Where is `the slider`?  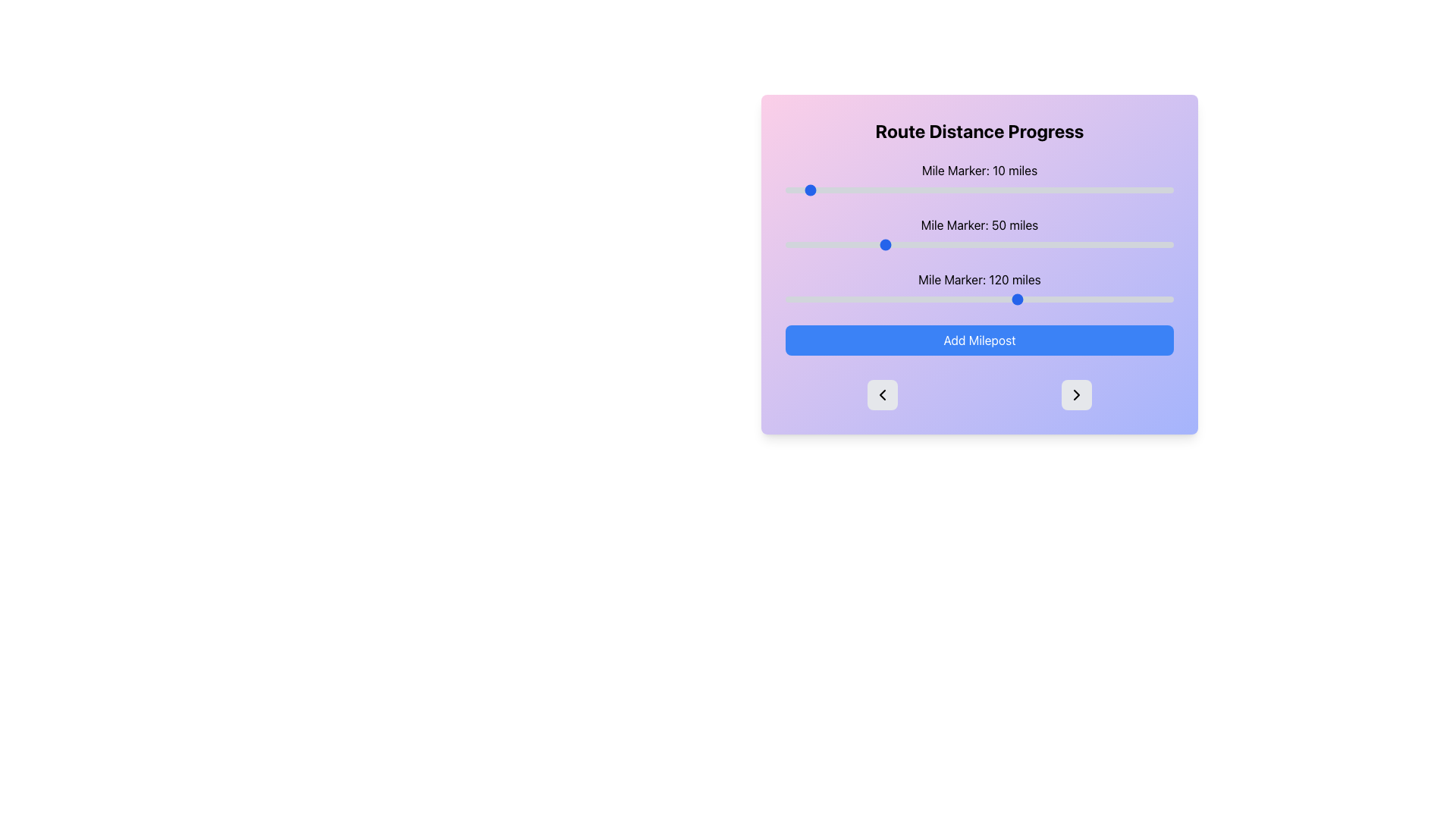 the slider is located at coordinates (855, 244).